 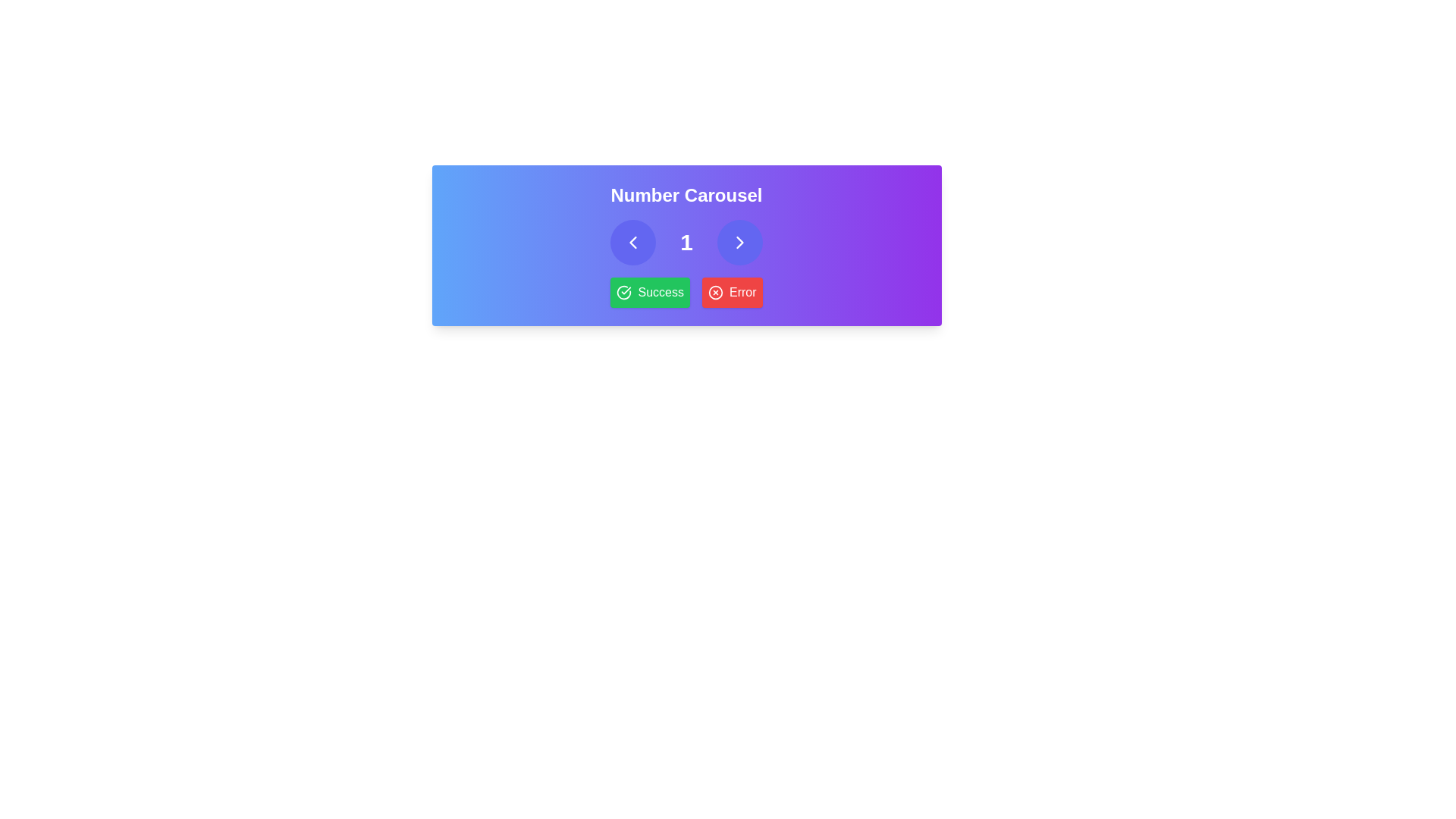 I want to click on the error state button located to the right of the green 'Success' button under the 'Number Carousel' label, so click(x=732, y=292).